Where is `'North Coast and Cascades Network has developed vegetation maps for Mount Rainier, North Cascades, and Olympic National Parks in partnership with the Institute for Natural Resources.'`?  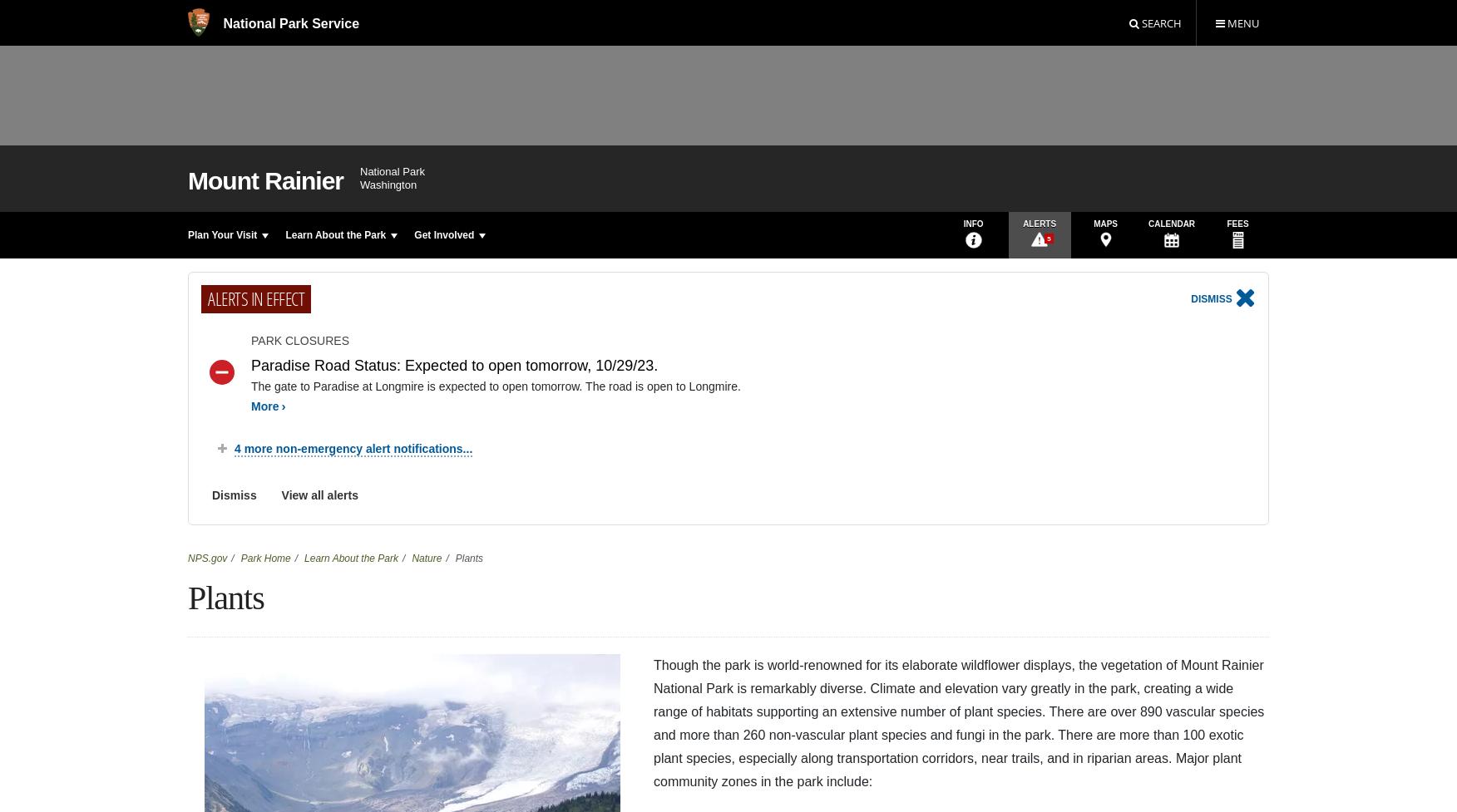 'North Coast and Cascades Network has developed vegetation maps for Mount Rainier, North Cascades, and Olympic National Parks in partnership with the Institute for Natural Resources.' is located at coordinates (633, 351).